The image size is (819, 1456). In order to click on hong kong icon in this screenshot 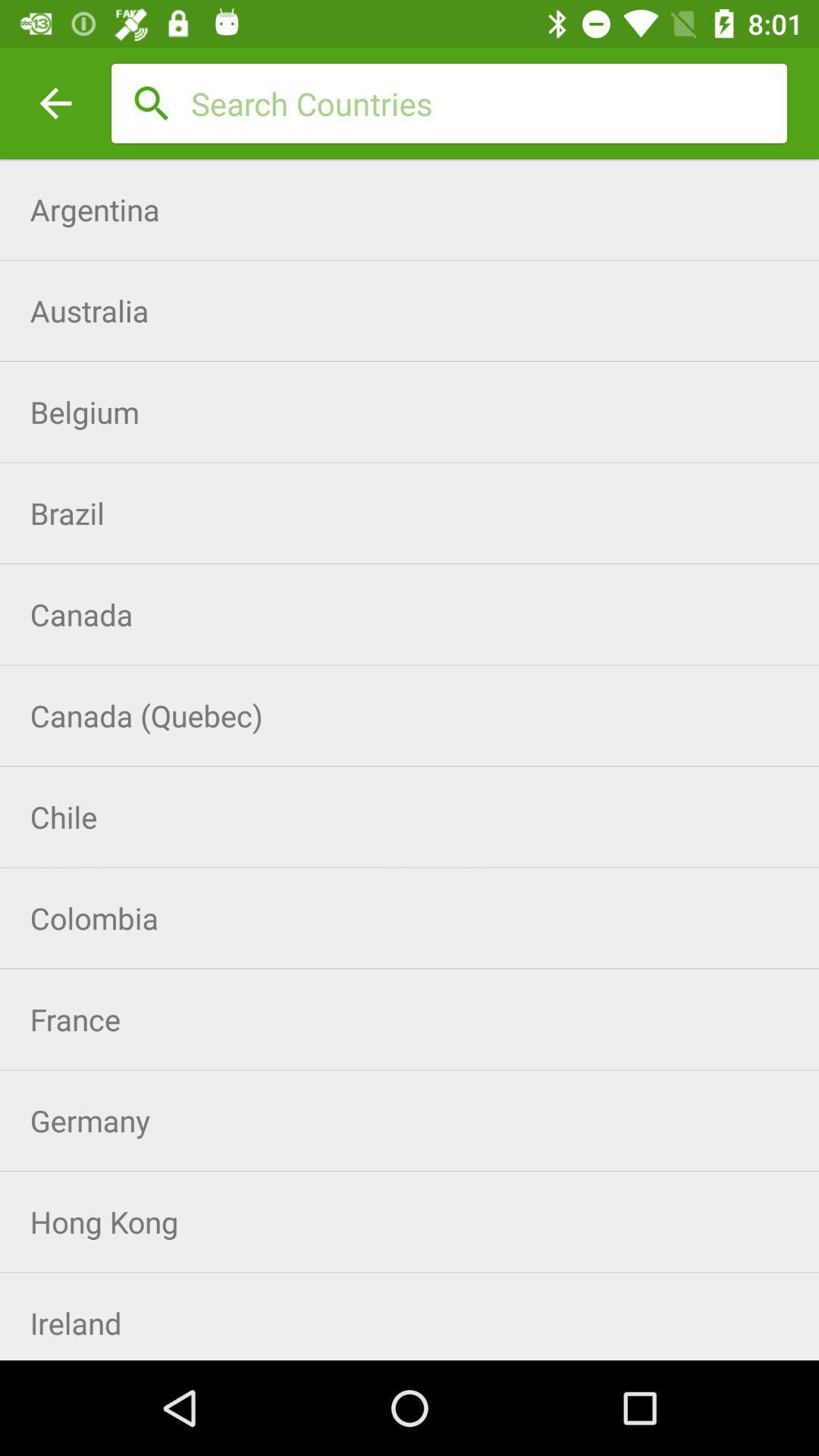, I will do `click(409, 1222)`.